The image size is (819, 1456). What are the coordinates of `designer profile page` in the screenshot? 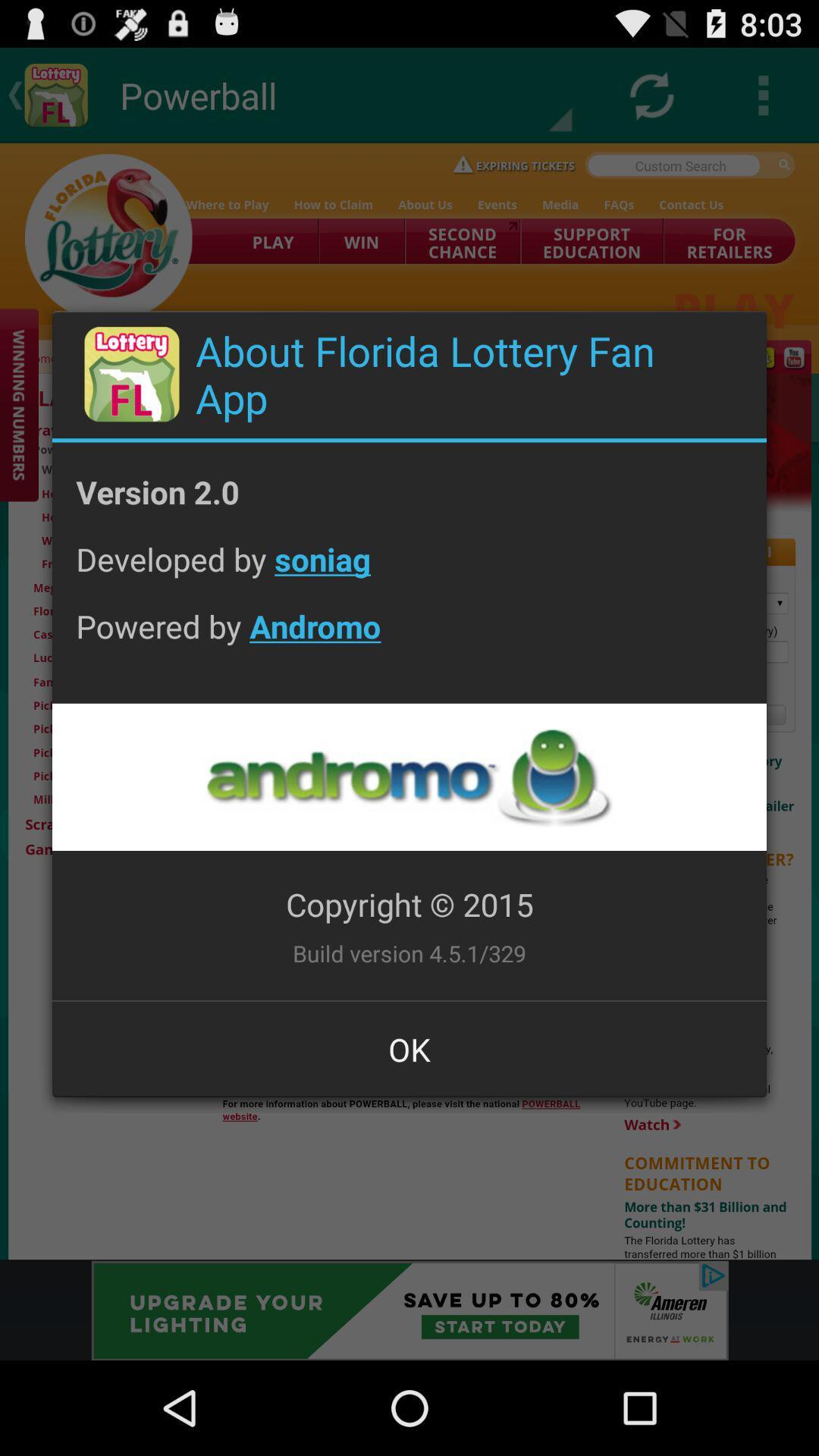 It's located at (408, 777).